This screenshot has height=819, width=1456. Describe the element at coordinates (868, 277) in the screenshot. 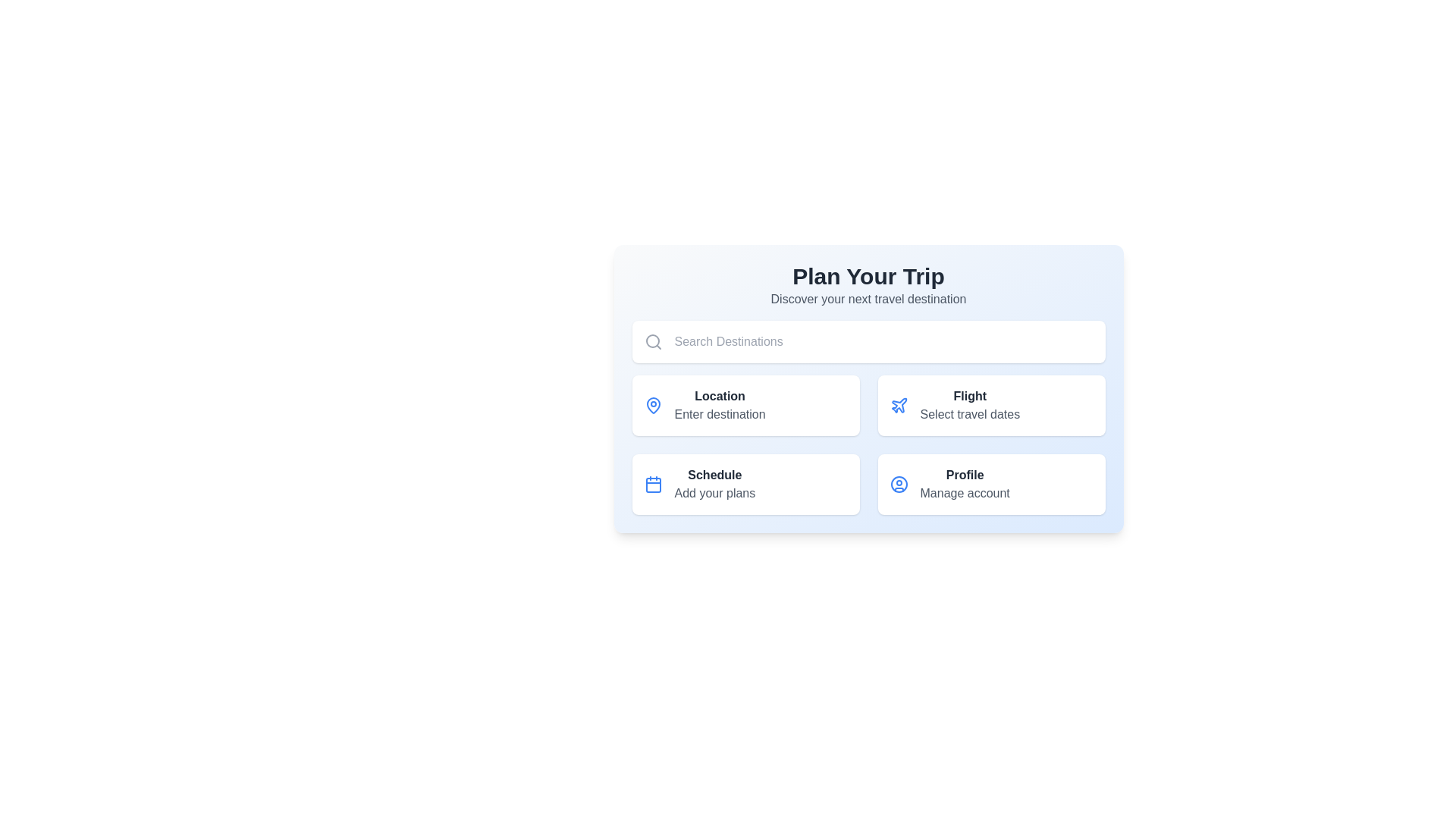

I see `the 'Plan Your Trip' text label, which is prominently displayed at the top of the user interface in a large, bold font` at that location.